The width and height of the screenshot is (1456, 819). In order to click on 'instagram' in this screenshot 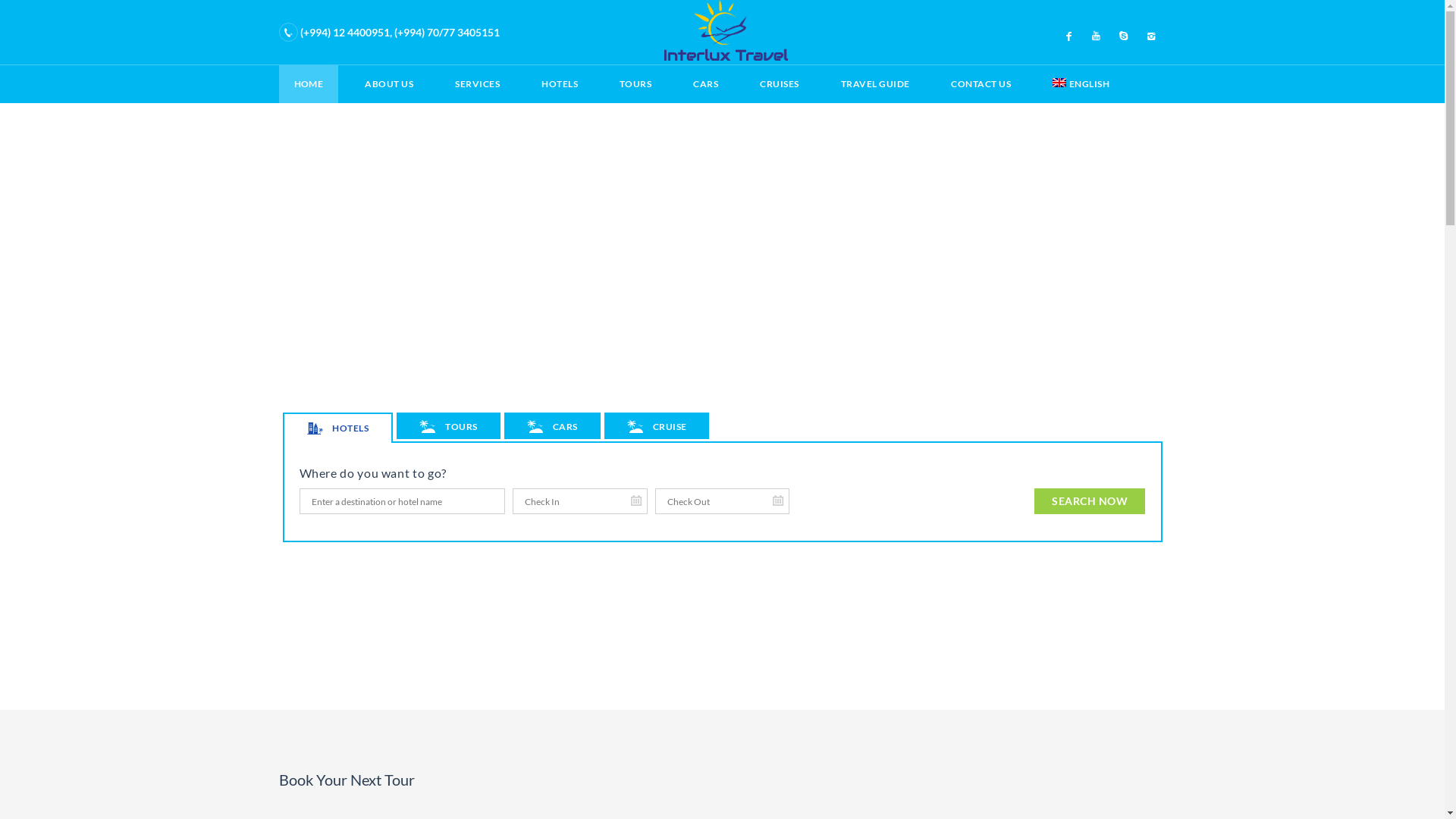, I will do `click(1150, 34)`.